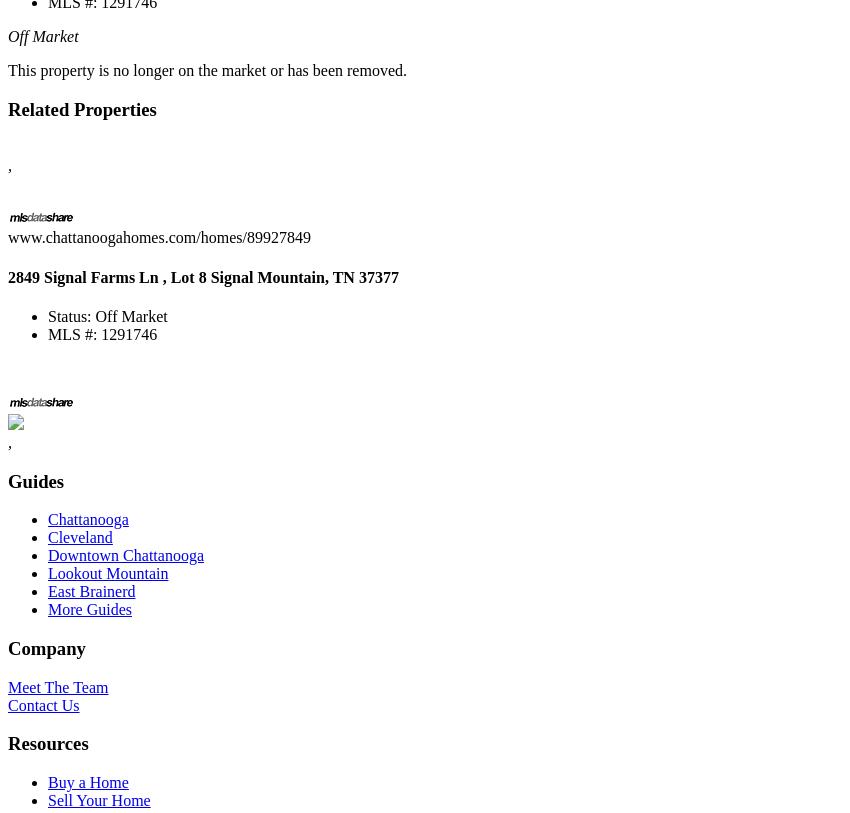  I want to click on 'This property is no longer on the market or has been removed.', so click(206, 68).